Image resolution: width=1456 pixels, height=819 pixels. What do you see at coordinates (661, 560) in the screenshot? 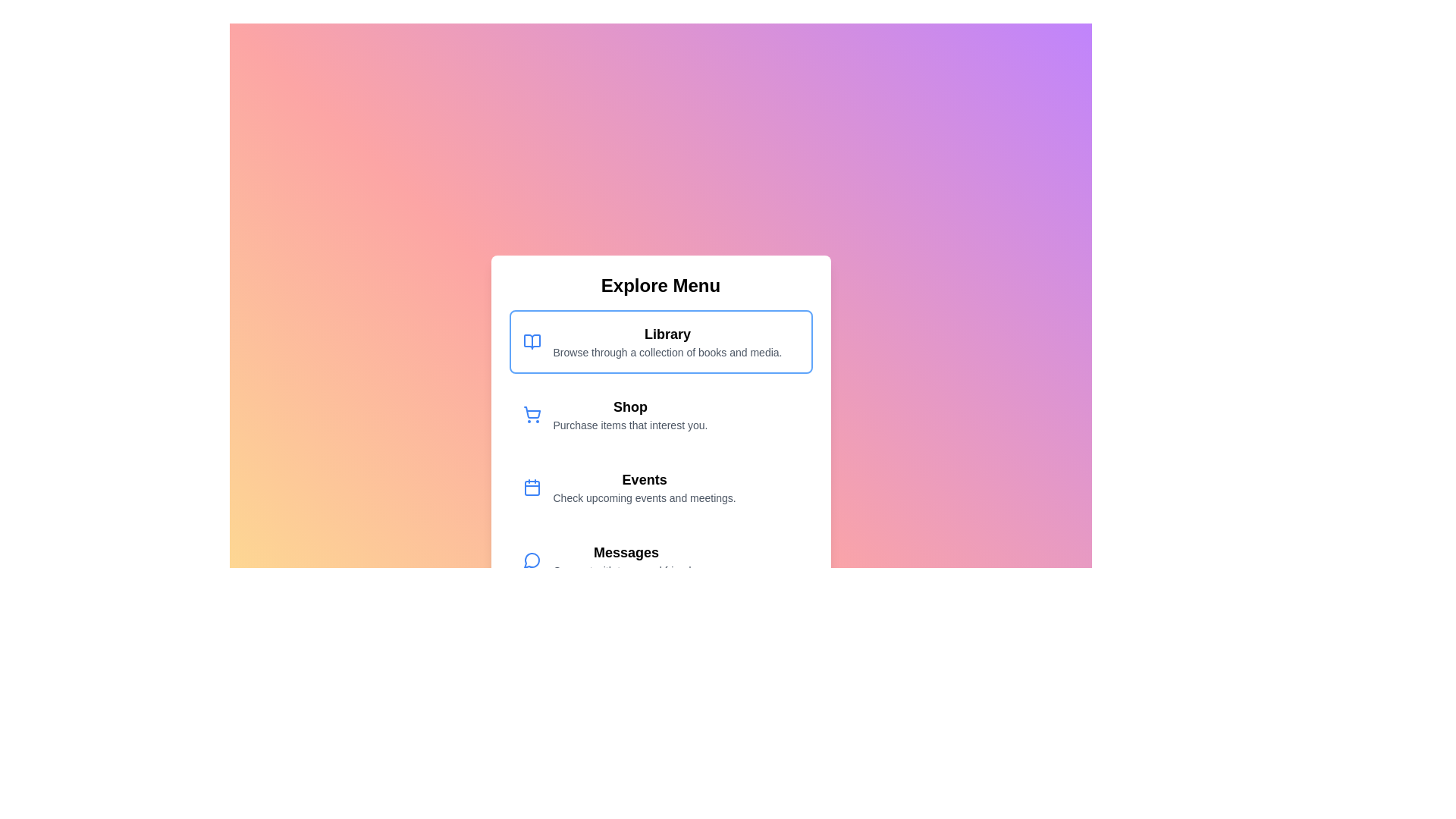
I see `the menu option Messages to observe its hover effect` at bounding box center [661, 560].